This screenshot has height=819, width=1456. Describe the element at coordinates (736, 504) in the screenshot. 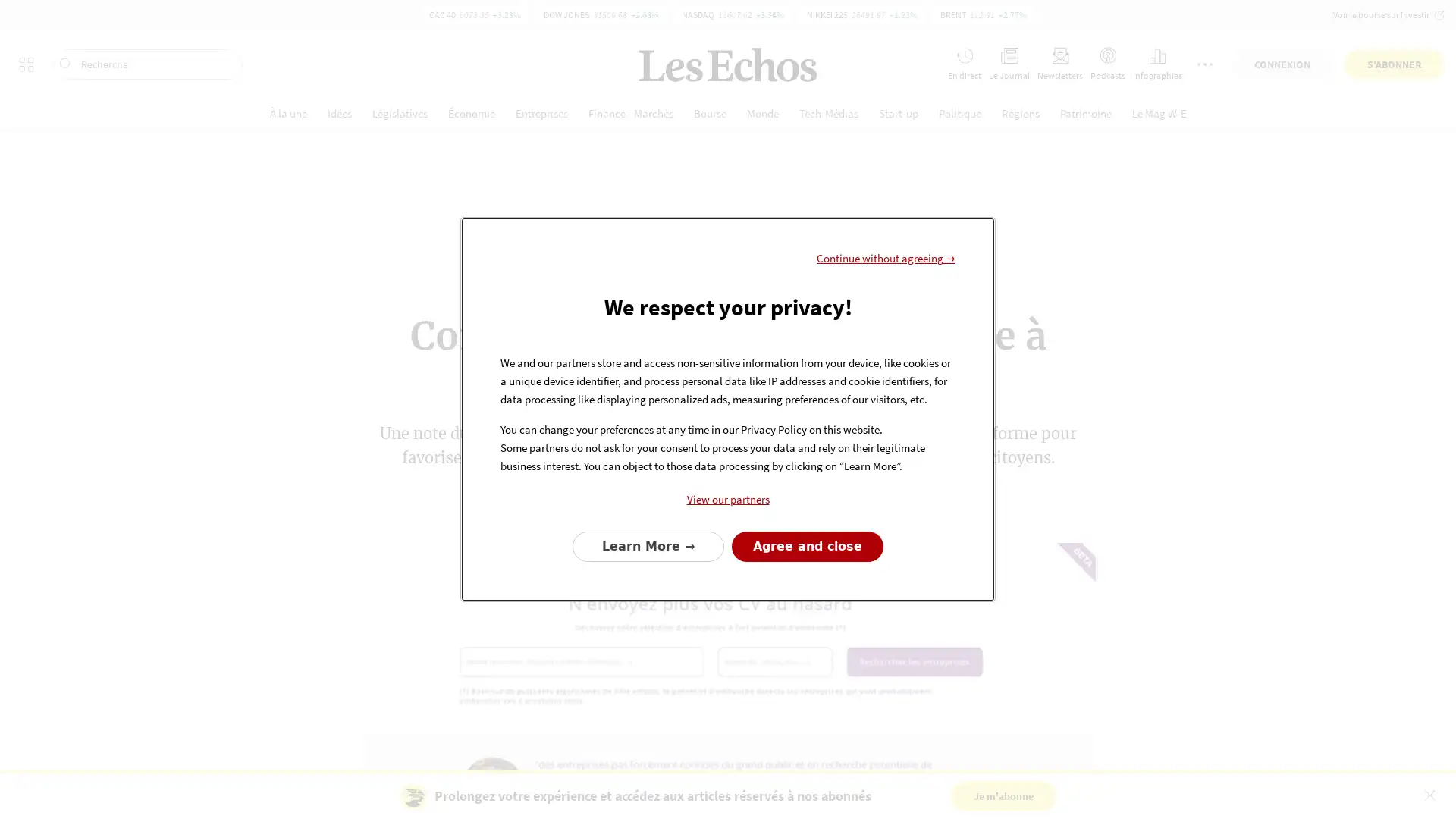

I see `Partager` at that location.